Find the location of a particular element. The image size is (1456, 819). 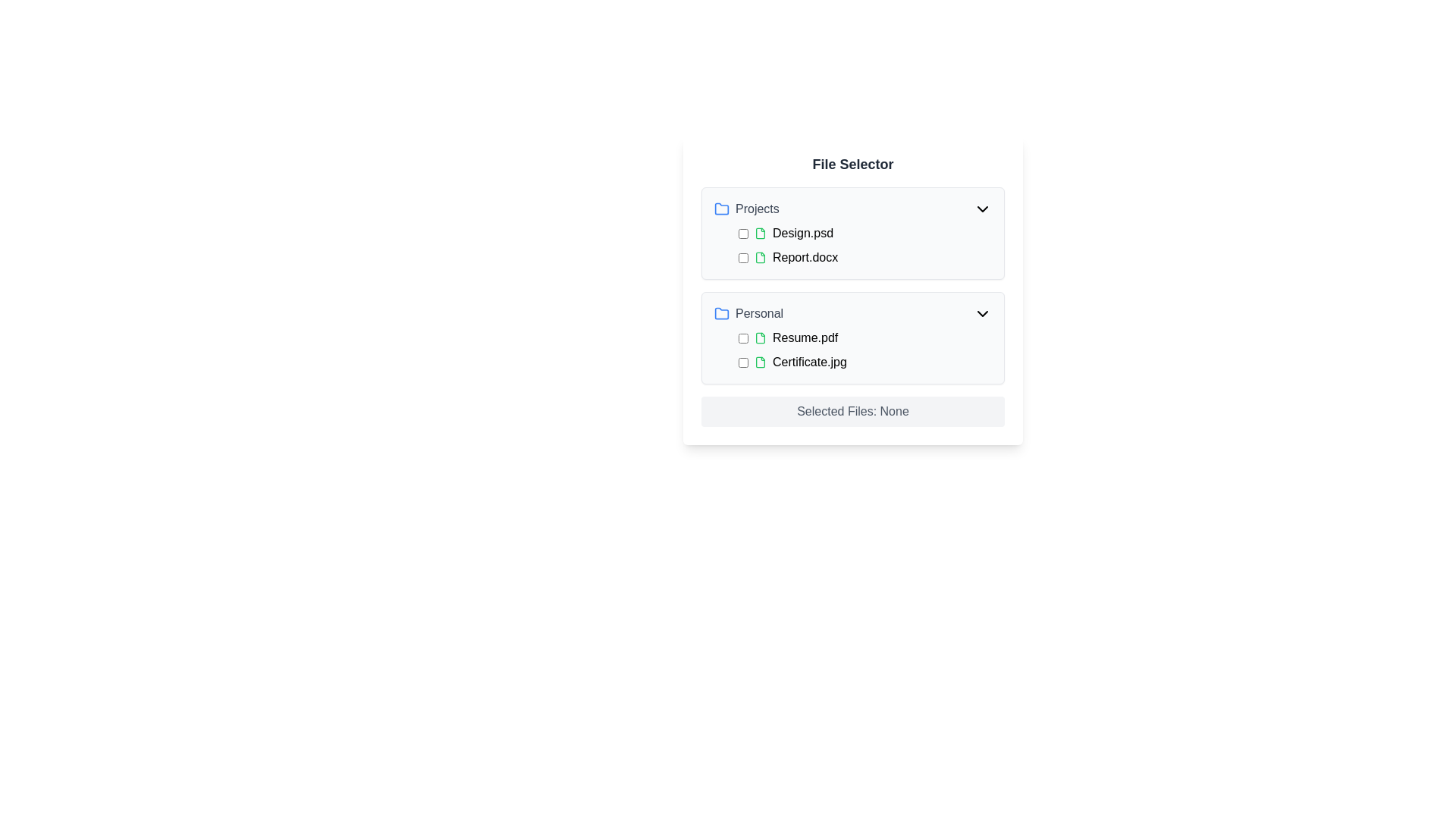

text of the 'Personal' folder label located beneath the 'Projects' section, to the right of the blue folder icon is located at coordinates (759, 312).